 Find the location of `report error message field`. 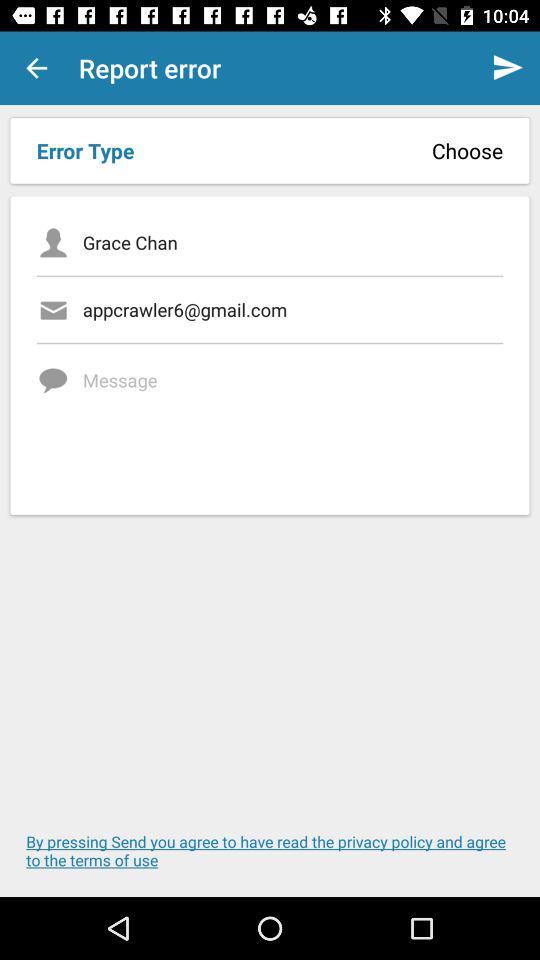

report error message field is located at coordinates (292, 422).